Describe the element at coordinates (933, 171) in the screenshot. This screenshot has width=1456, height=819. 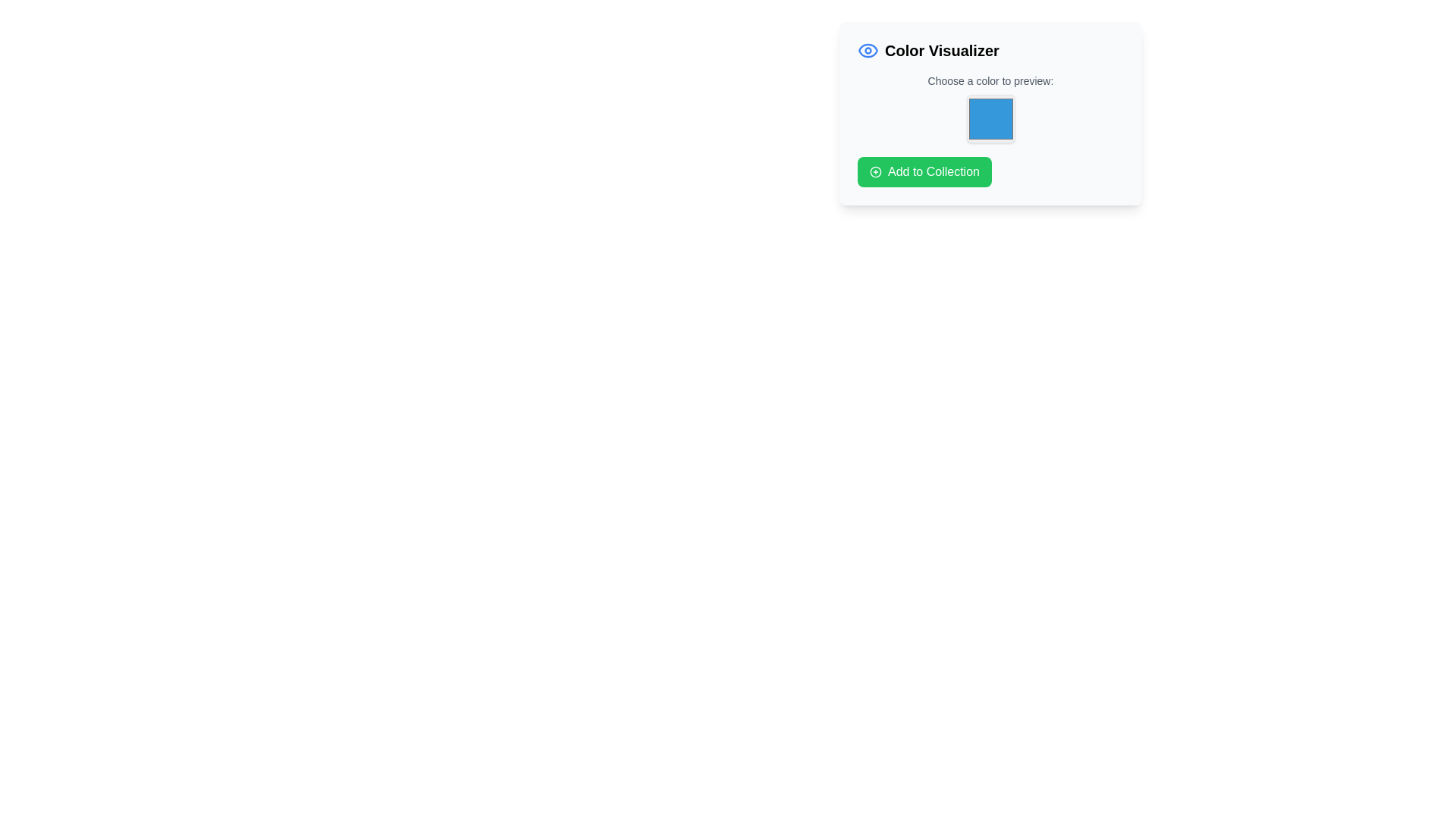
I see `the text label within the green rounded rectangular button that indicates adding the color previewed above to a collection, located beneath the blue color preview box` at that location.